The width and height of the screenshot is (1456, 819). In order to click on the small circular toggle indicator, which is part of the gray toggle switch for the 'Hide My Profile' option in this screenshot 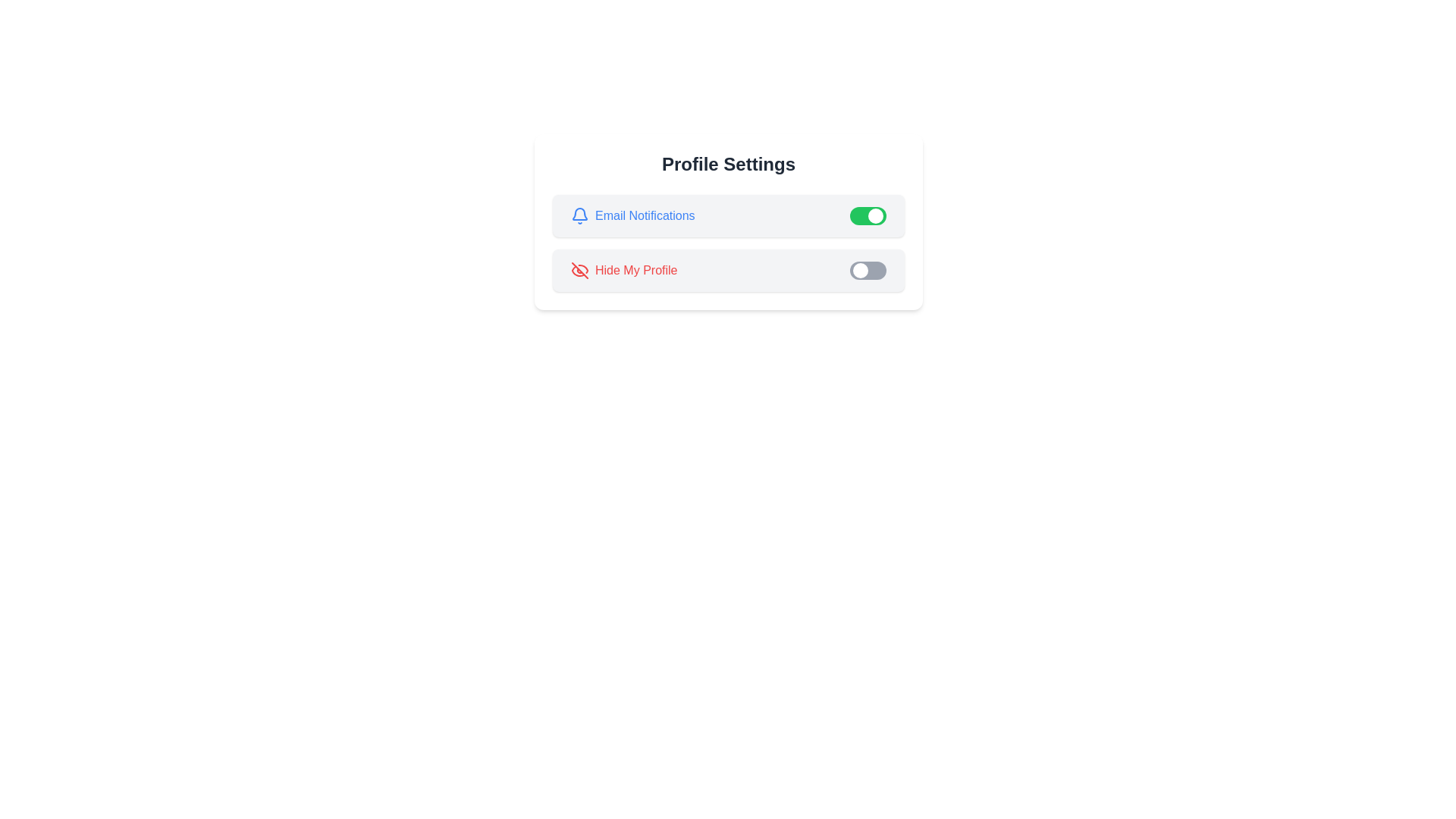, I will do `click(860, 270)`.